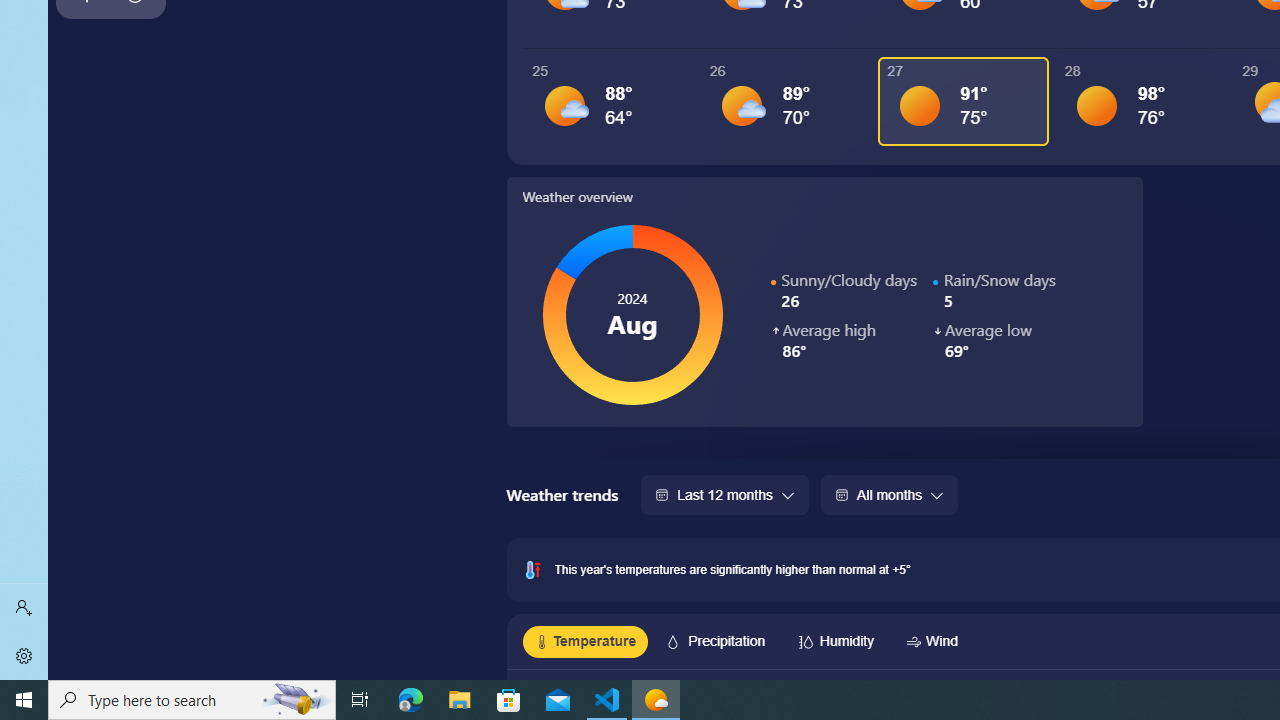 The image size is (1280, 720). What do you see at coordinates (359, 698) in the screenshot?
I see `'Task View'` at bounding box center [359, 698].